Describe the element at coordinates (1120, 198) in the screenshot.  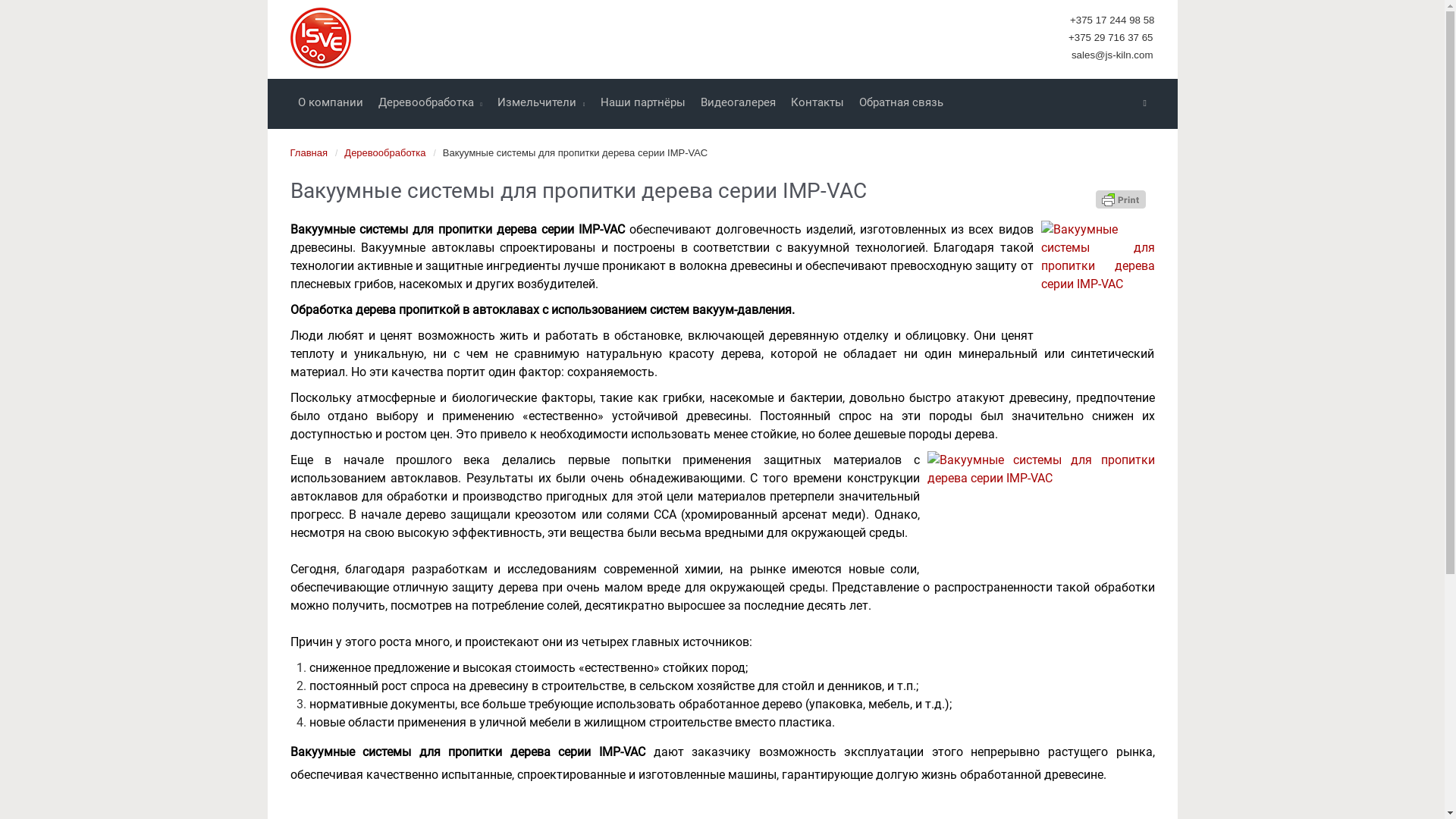
I see `'Printer Friendly, PDF & Email'` at that location.